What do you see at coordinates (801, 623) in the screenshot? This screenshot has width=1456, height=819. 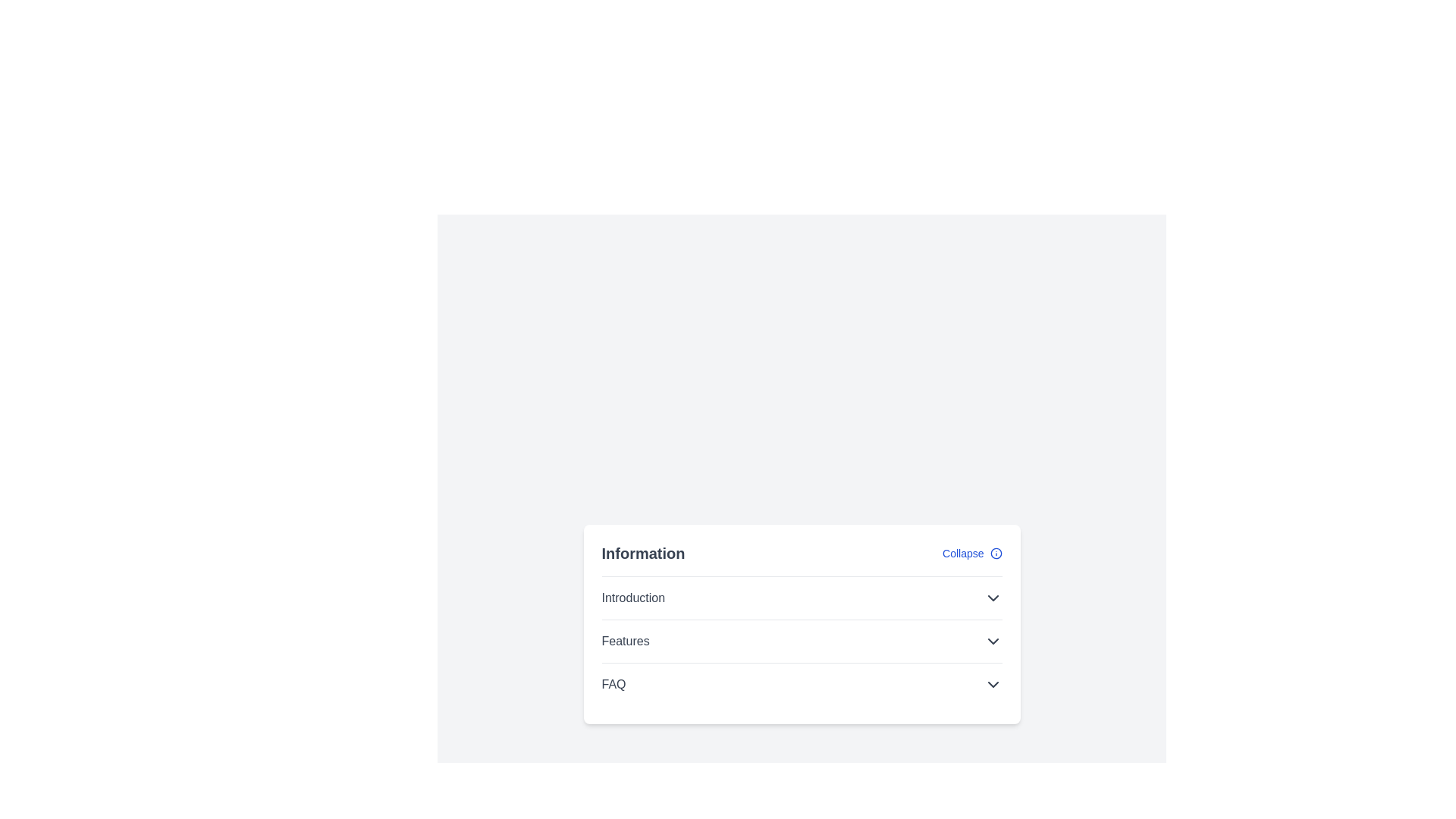 I see `the 'Information' collapsible list component, which contains items such as 'Introduction', 'Features', and 'FAQ'` at bounding box center [801, 623].